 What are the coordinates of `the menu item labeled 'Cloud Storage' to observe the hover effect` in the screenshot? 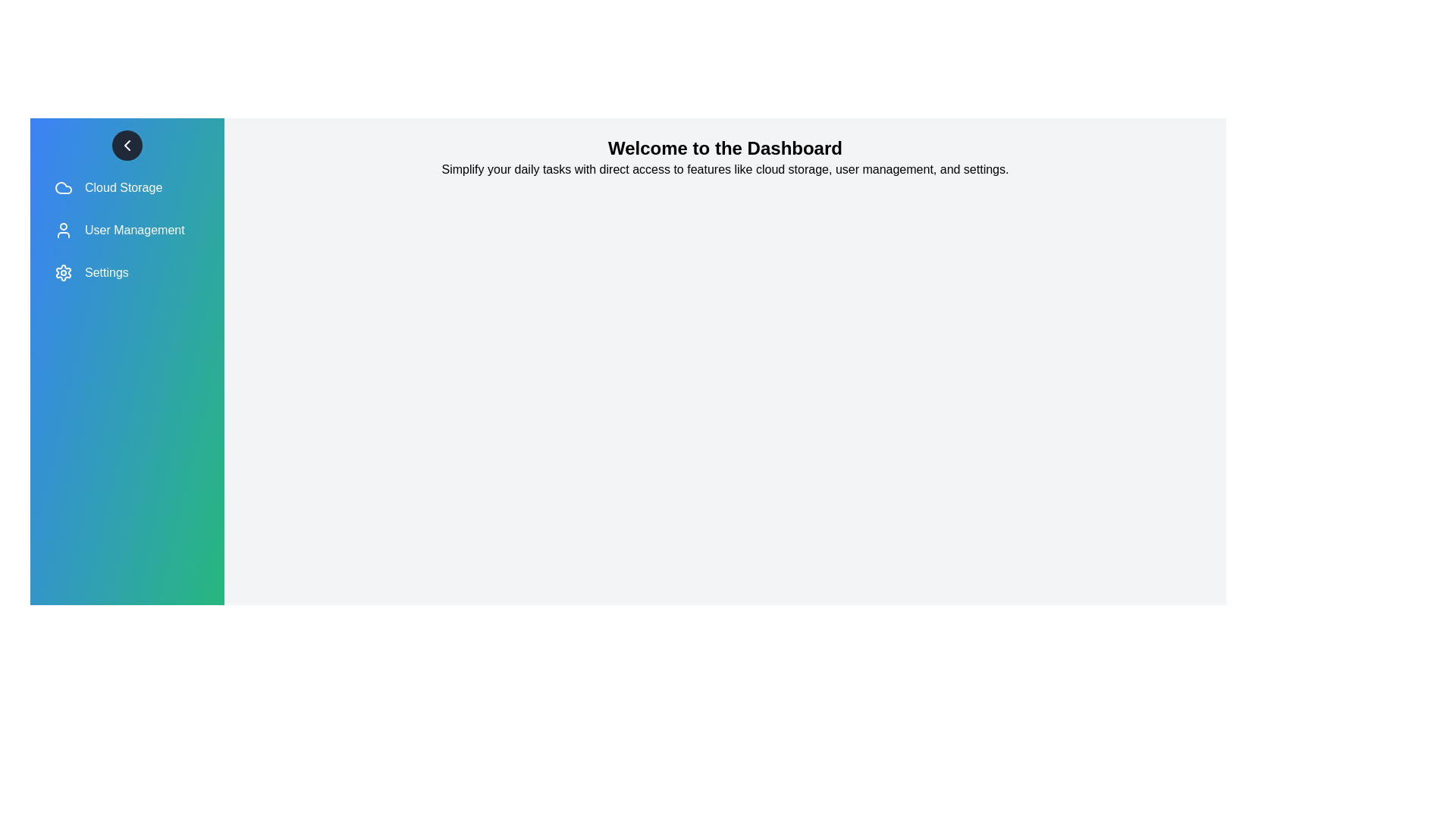 It's located at (127, 187).